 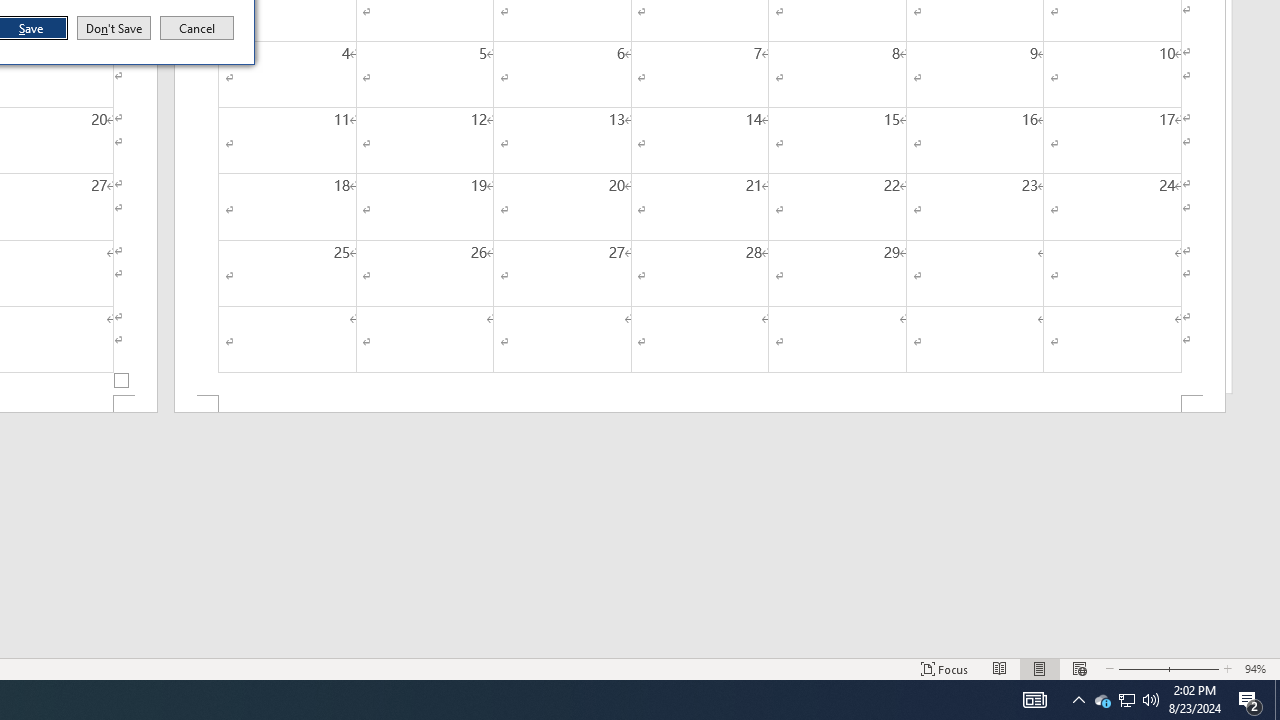 I want to click on 'Notification Chevron', so click(x=1078, y=698).